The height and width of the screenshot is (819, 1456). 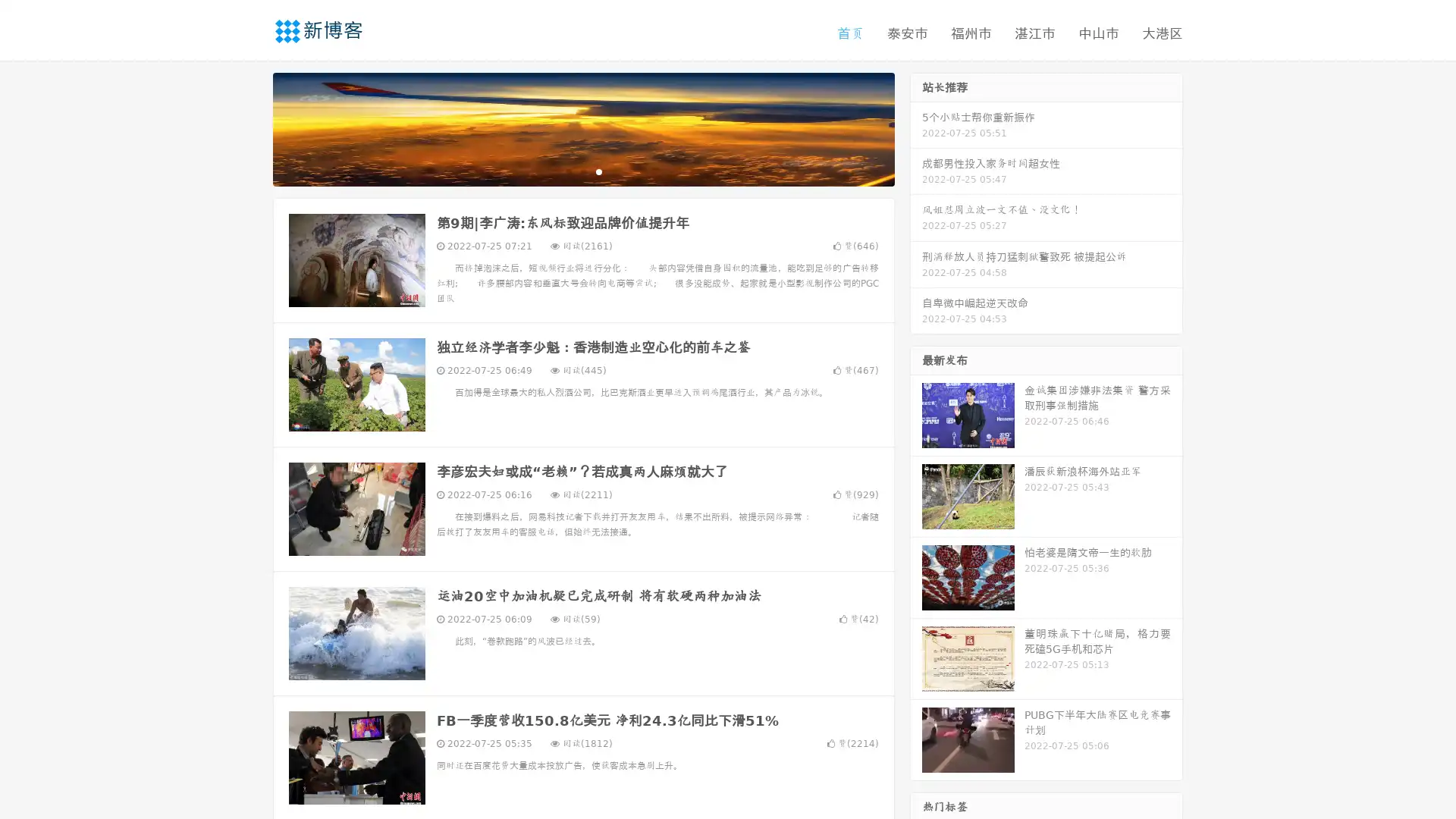 I want to click on Go to slide 3, so click(x=598, y=171).